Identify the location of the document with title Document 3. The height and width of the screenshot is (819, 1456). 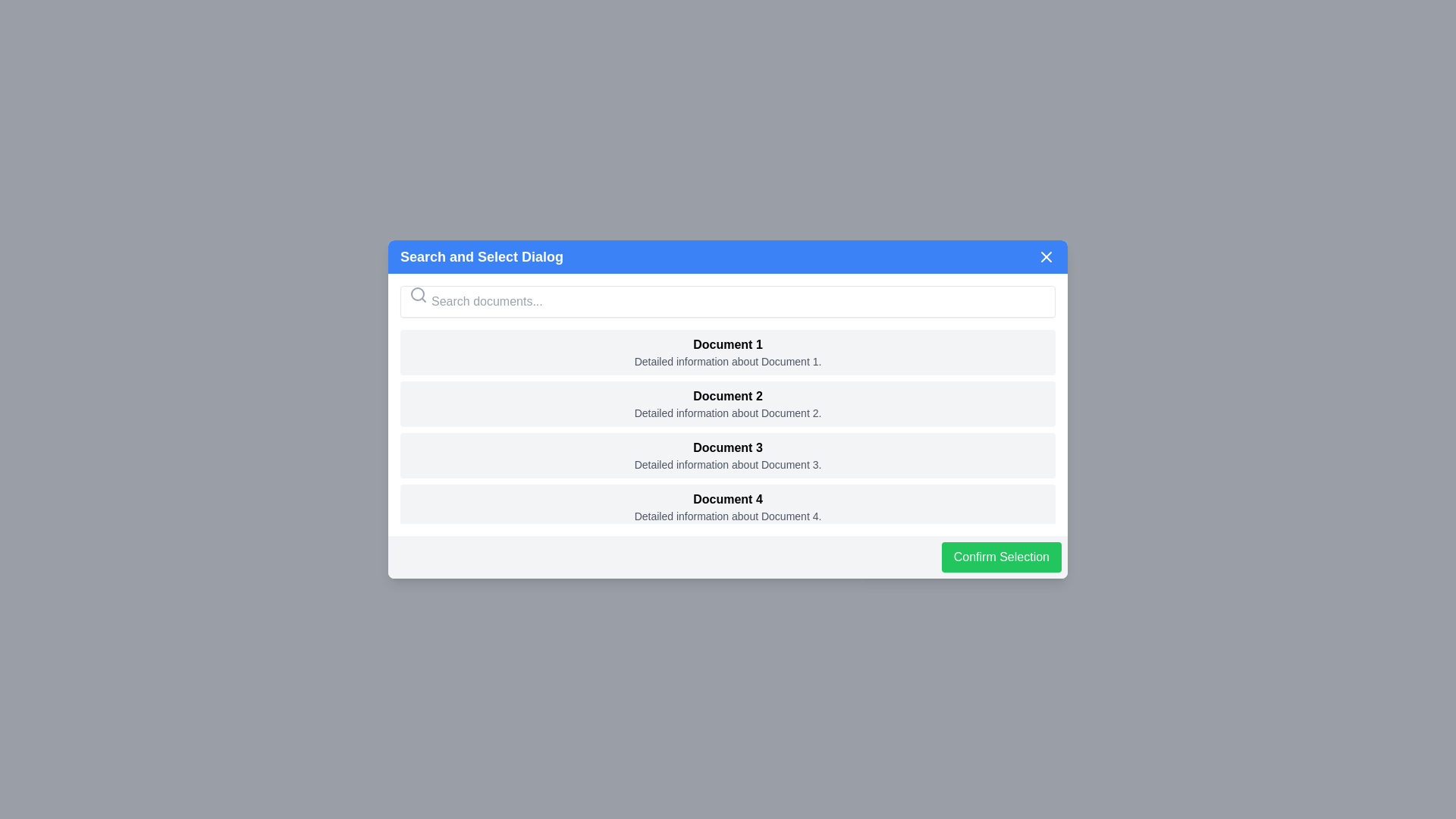
(728, 455).